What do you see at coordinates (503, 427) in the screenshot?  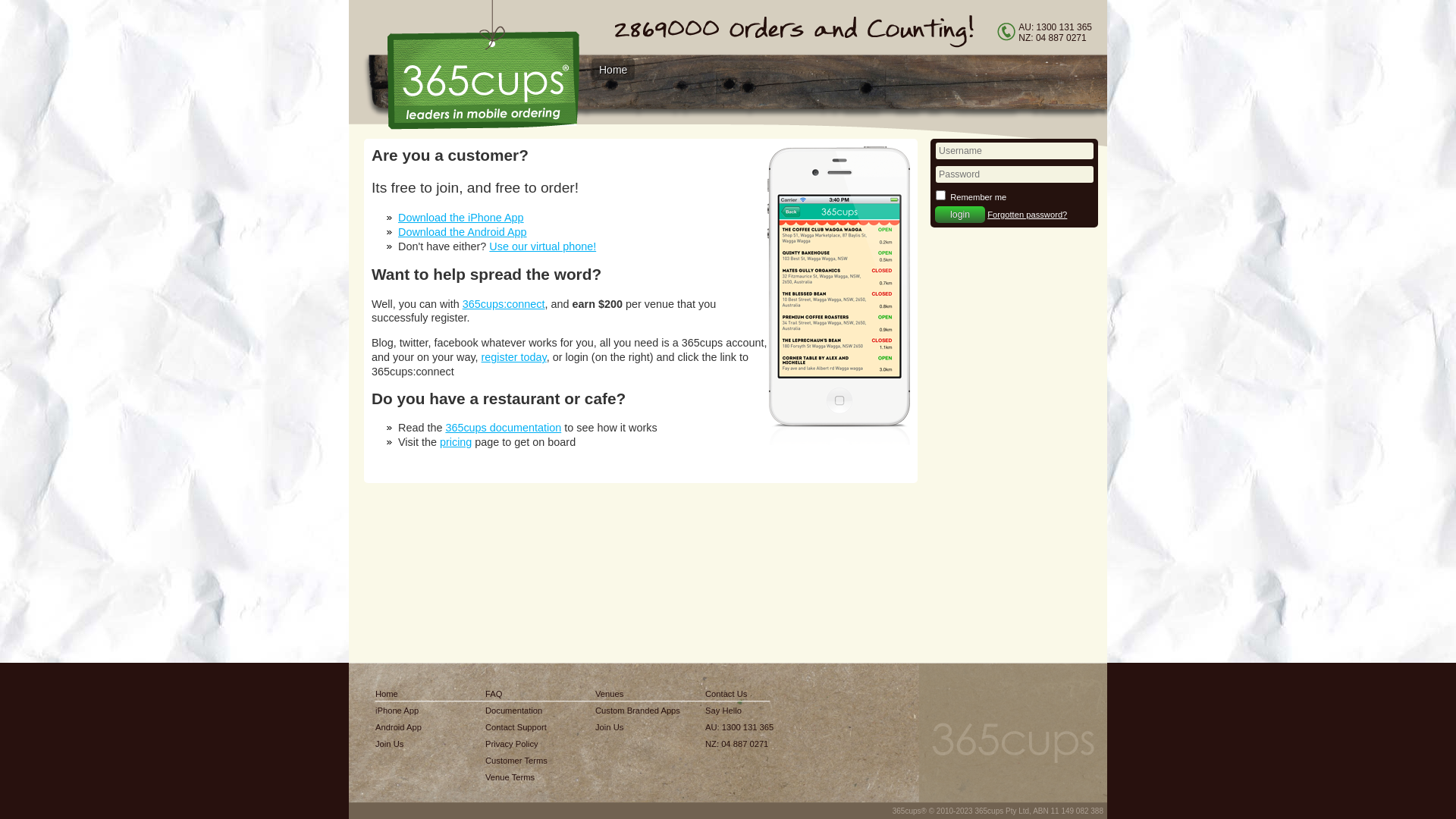 I see `'365cups documentation'` at bounding box center [503, 427].